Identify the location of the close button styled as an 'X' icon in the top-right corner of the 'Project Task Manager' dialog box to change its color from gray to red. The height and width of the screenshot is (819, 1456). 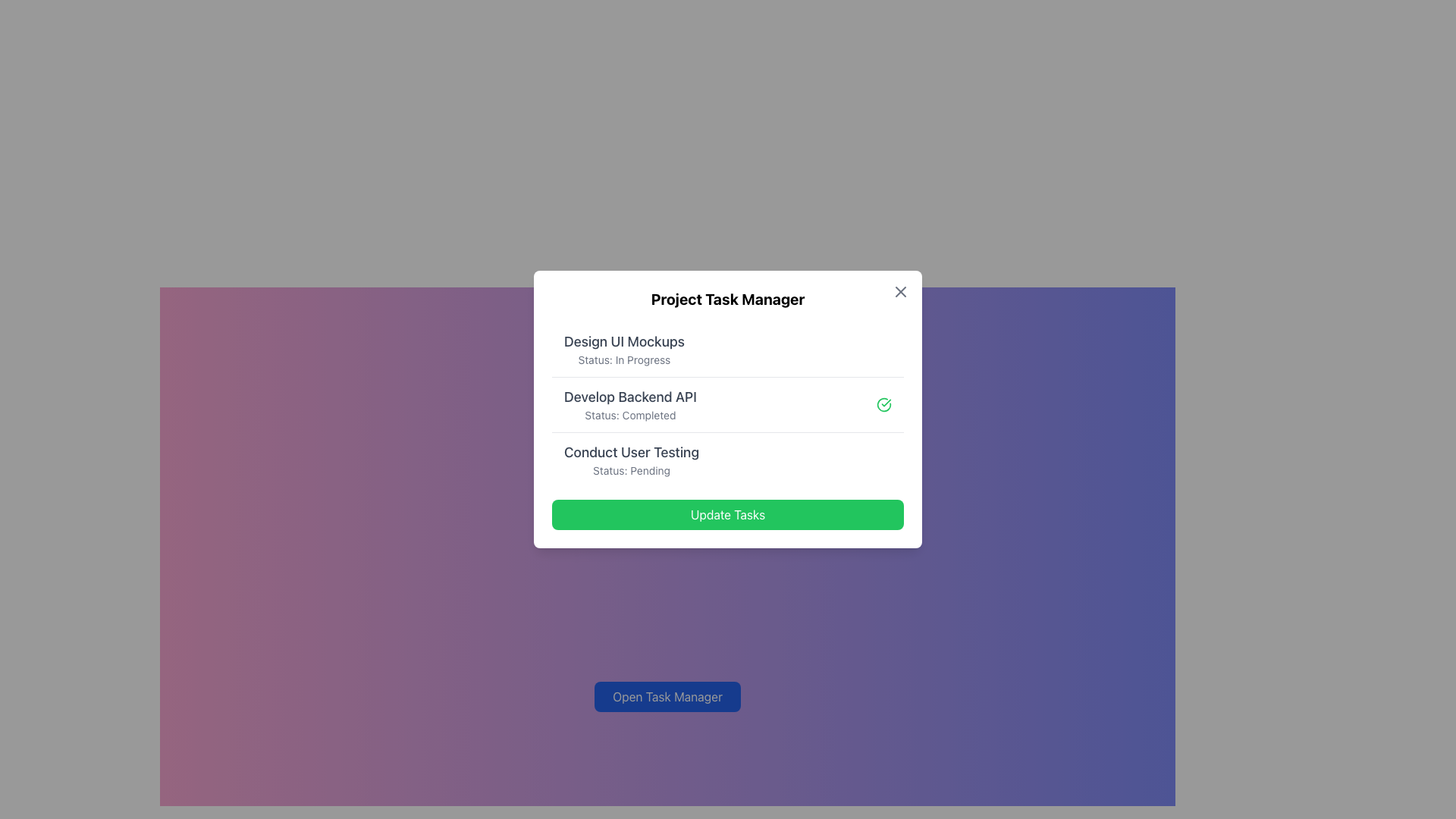
(901, 292).